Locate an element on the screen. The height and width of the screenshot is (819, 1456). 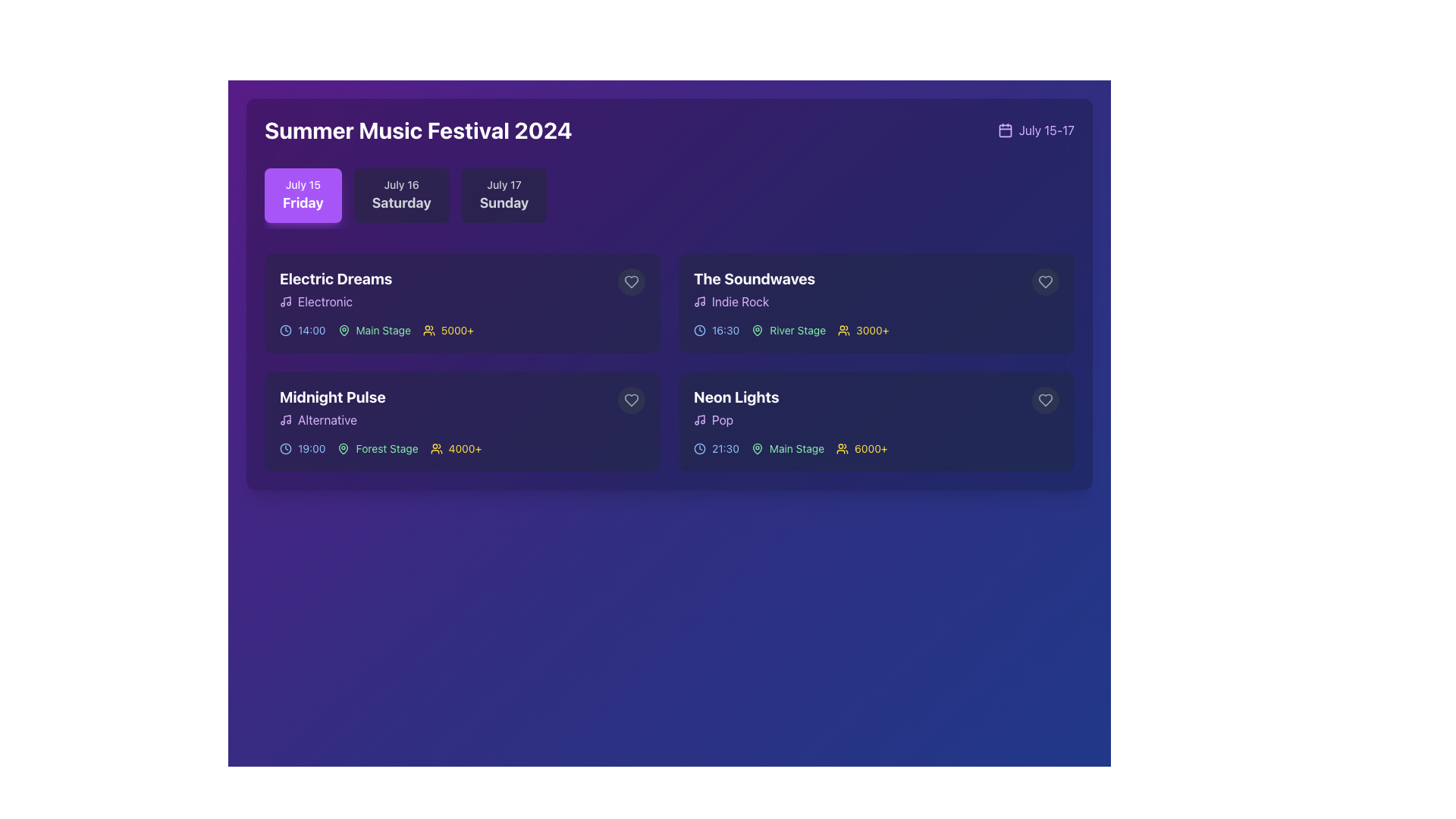
the map pin icon located to the left of the 'Main Stage' text within the 'Electric Dreams' event card is located at coordinates (343, 329).